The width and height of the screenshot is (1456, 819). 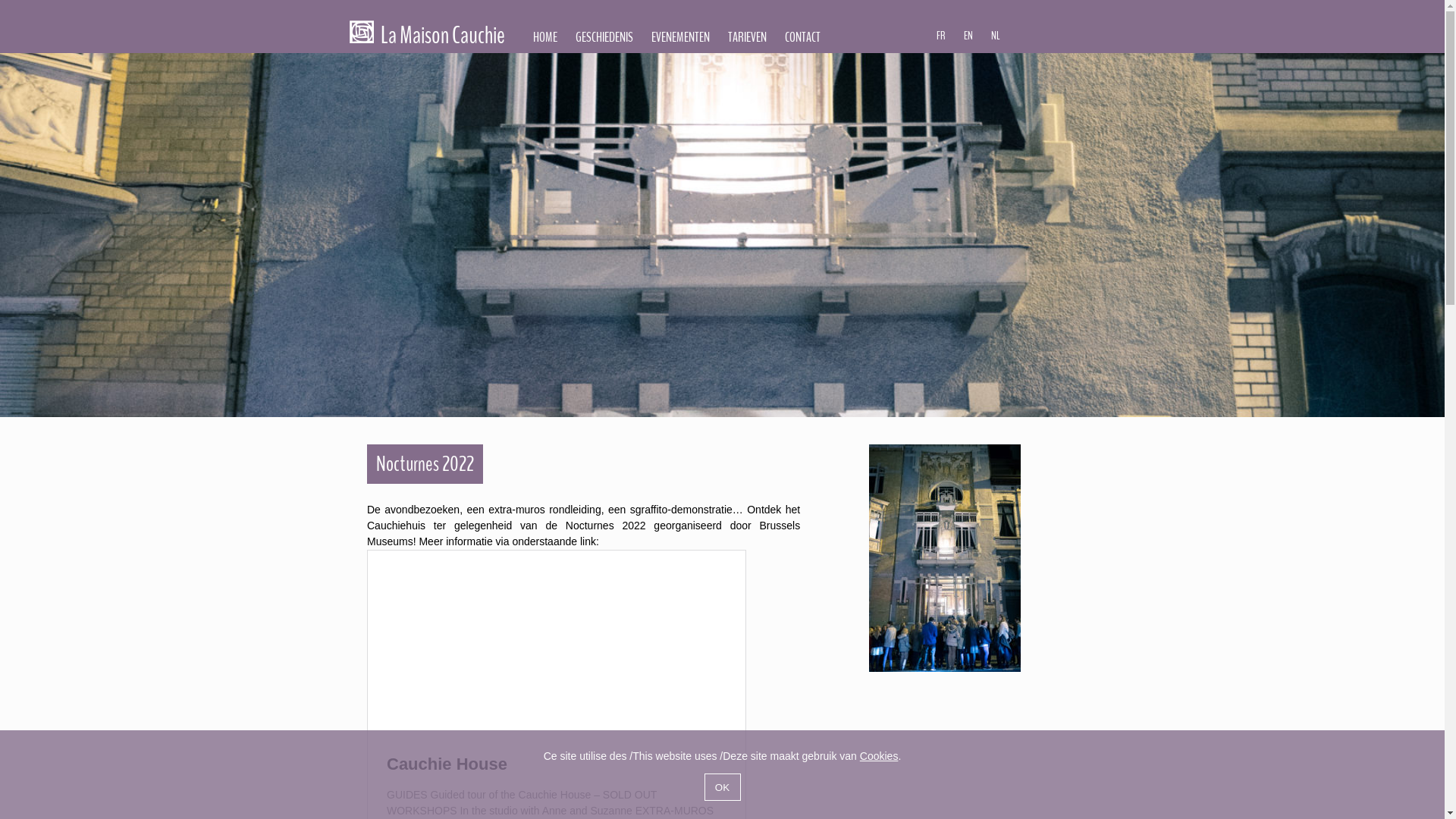 I want to click on 'FR', so click(x=940, y=34).